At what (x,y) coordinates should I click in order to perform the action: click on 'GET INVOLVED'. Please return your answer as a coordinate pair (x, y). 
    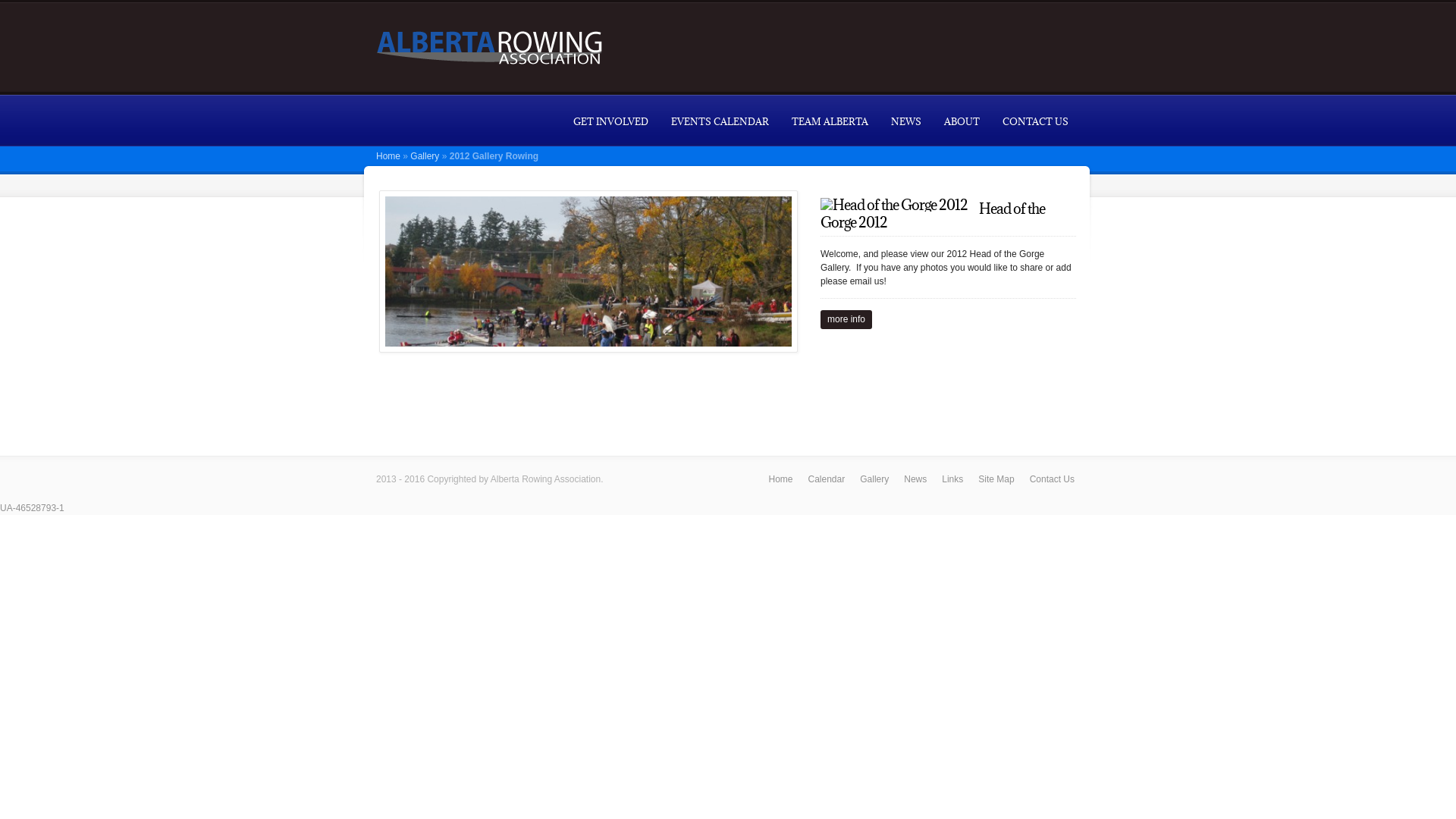
    Looking at the image, I should click on (560, 120).